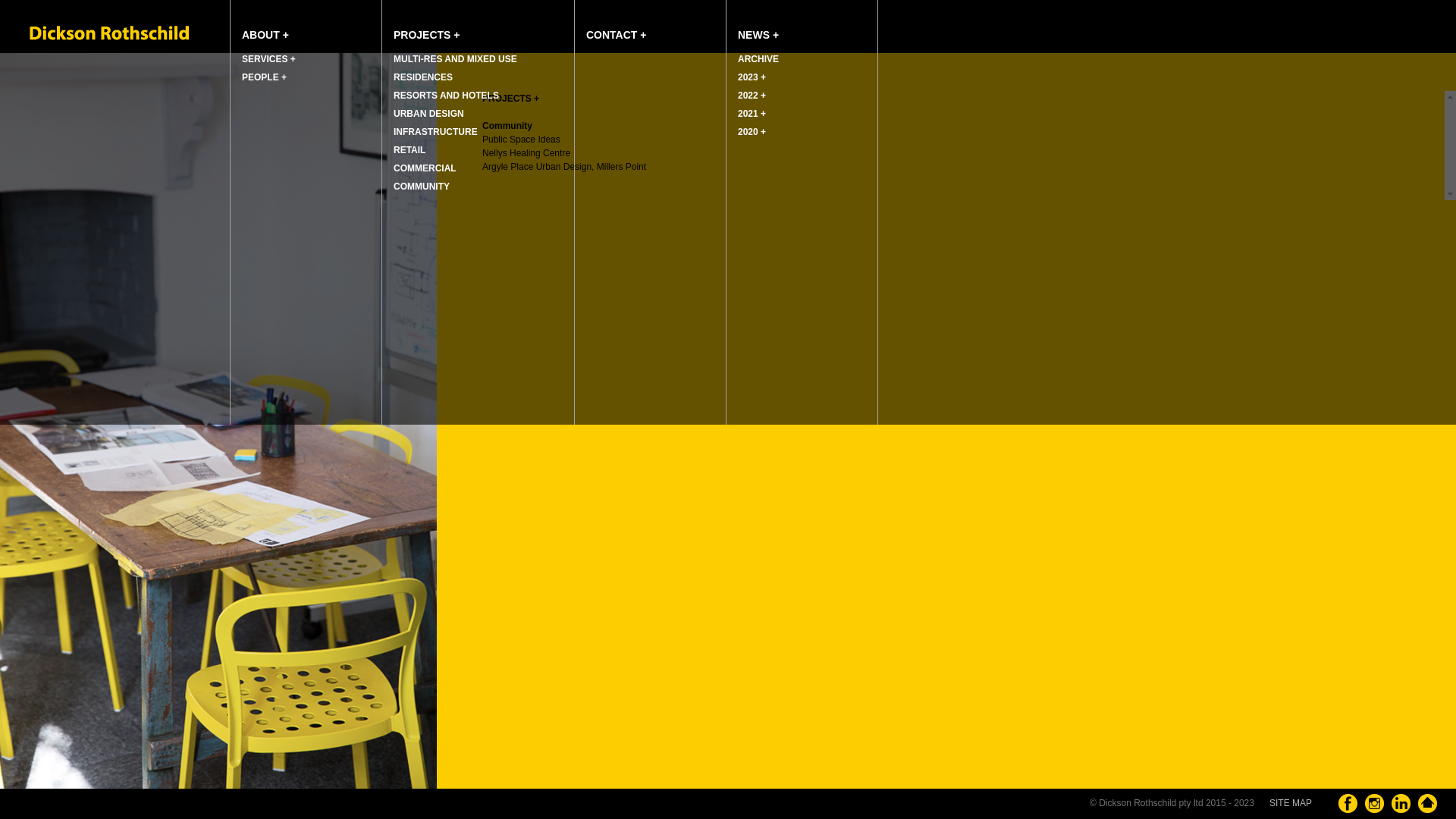  I want to click on 'URBAN DESIGN', so click(477, 113).